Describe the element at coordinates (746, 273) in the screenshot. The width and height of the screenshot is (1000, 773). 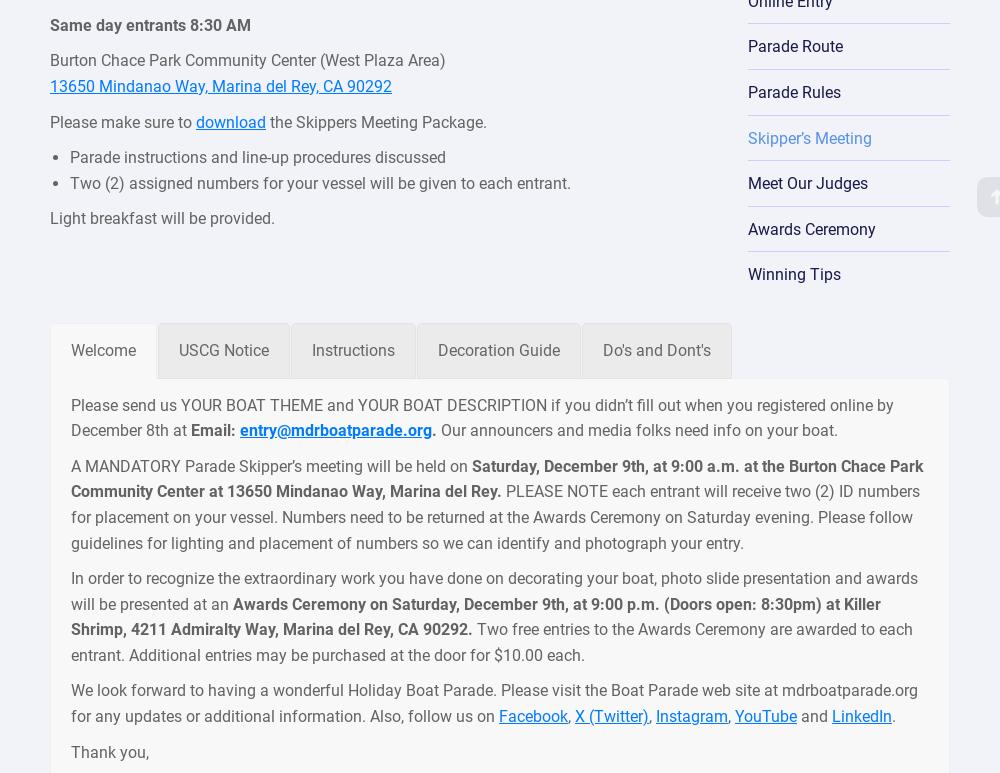
I see `'Winning Tips'` at that location.